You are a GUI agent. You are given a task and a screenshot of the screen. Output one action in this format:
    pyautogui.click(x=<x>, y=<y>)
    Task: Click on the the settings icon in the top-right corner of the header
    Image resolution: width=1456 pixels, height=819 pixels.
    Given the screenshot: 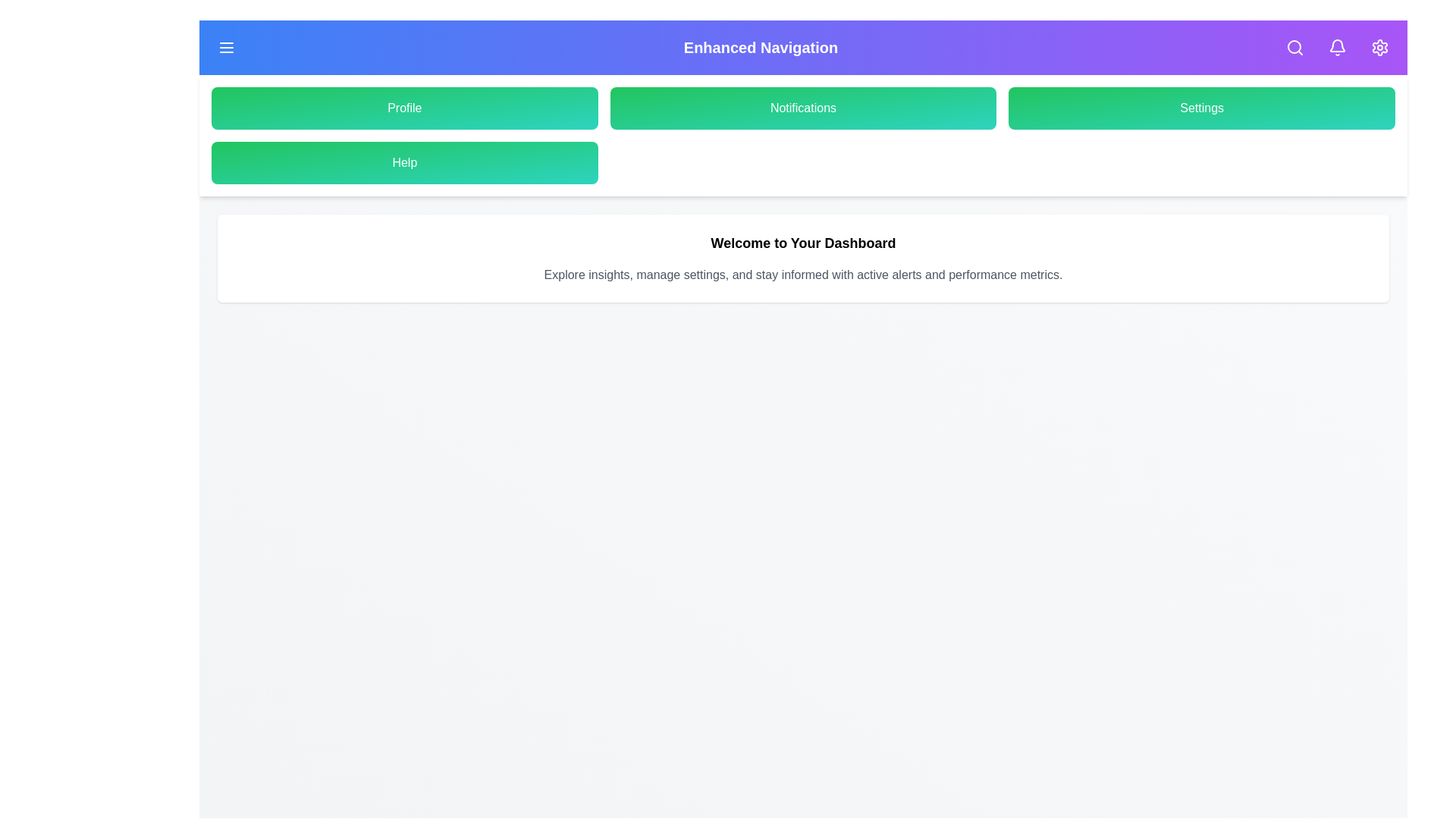 What is the action you would take?
    pyautogui.click(x=1379, y=46)
    